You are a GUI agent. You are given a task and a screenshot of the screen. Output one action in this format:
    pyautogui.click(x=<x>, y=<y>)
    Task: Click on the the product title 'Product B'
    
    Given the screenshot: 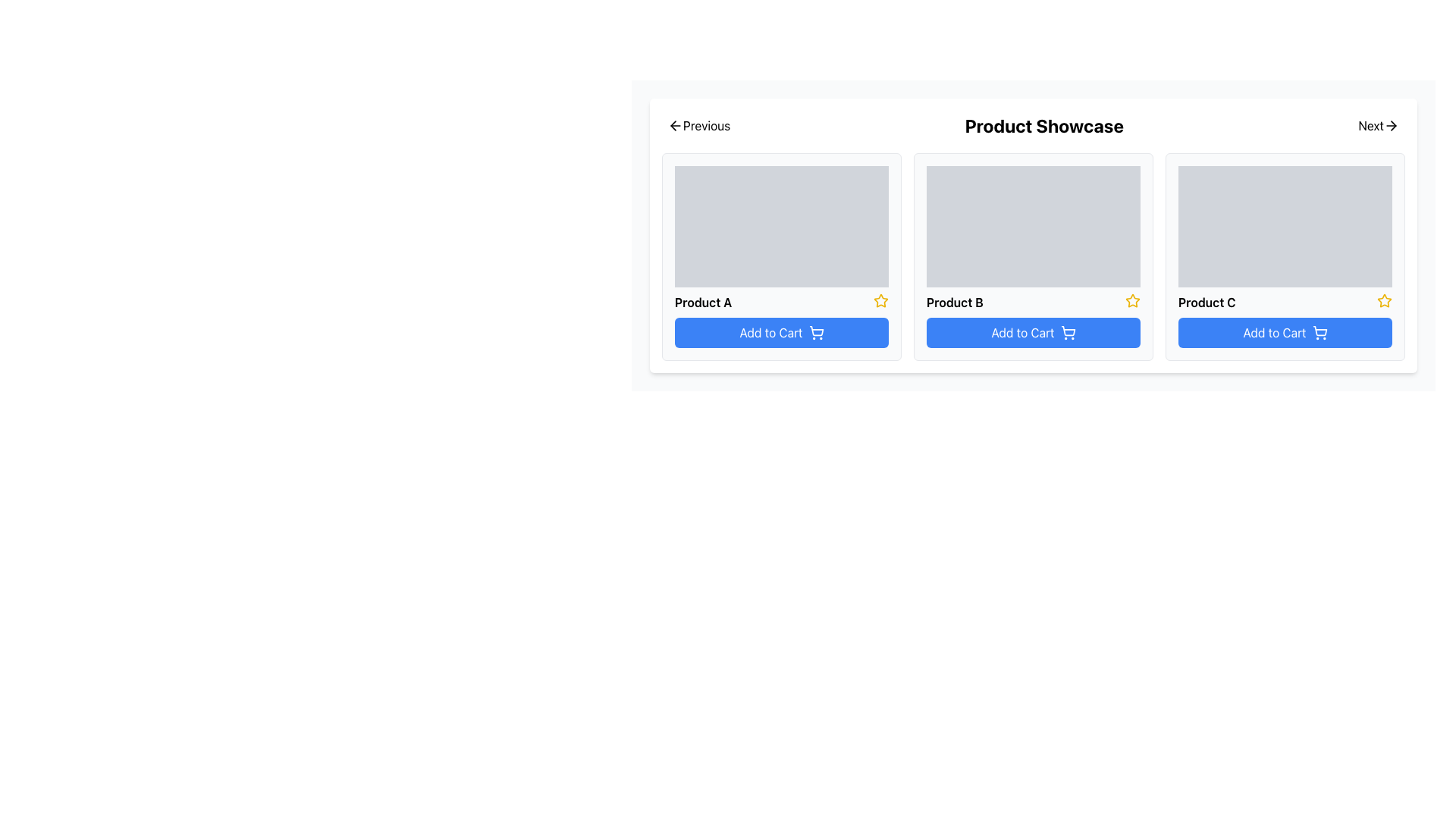 What is the action you would take?
    pyautogui.click(x=1033, y=302)
    